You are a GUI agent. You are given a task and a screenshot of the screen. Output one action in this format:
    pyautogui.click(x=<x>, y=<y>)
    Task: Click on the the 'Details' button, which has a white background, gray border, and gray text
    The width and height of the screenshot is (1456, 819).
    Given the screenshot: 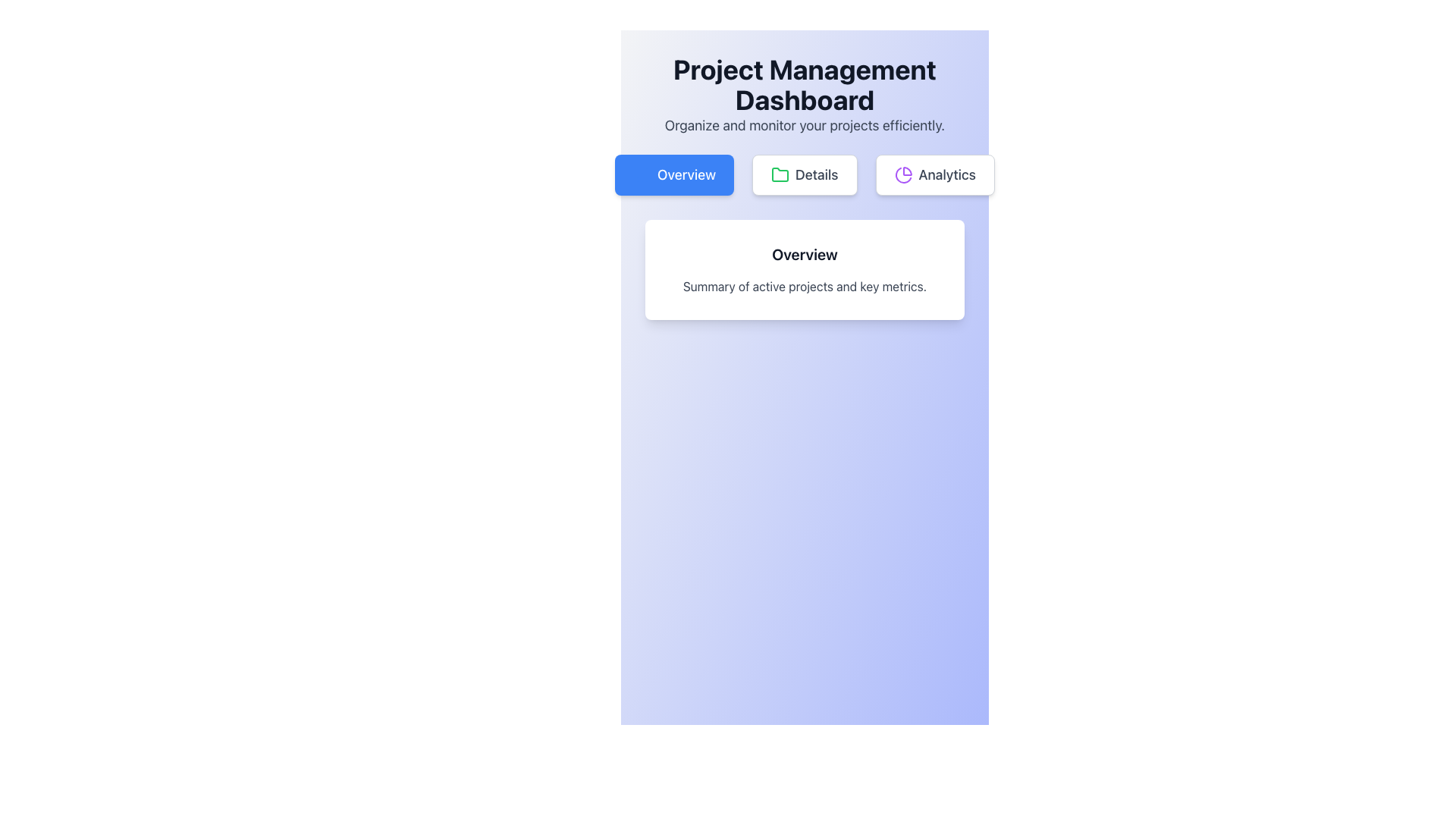 What is the action you would take?
    pyautogui.click(x=804, y=174)
    